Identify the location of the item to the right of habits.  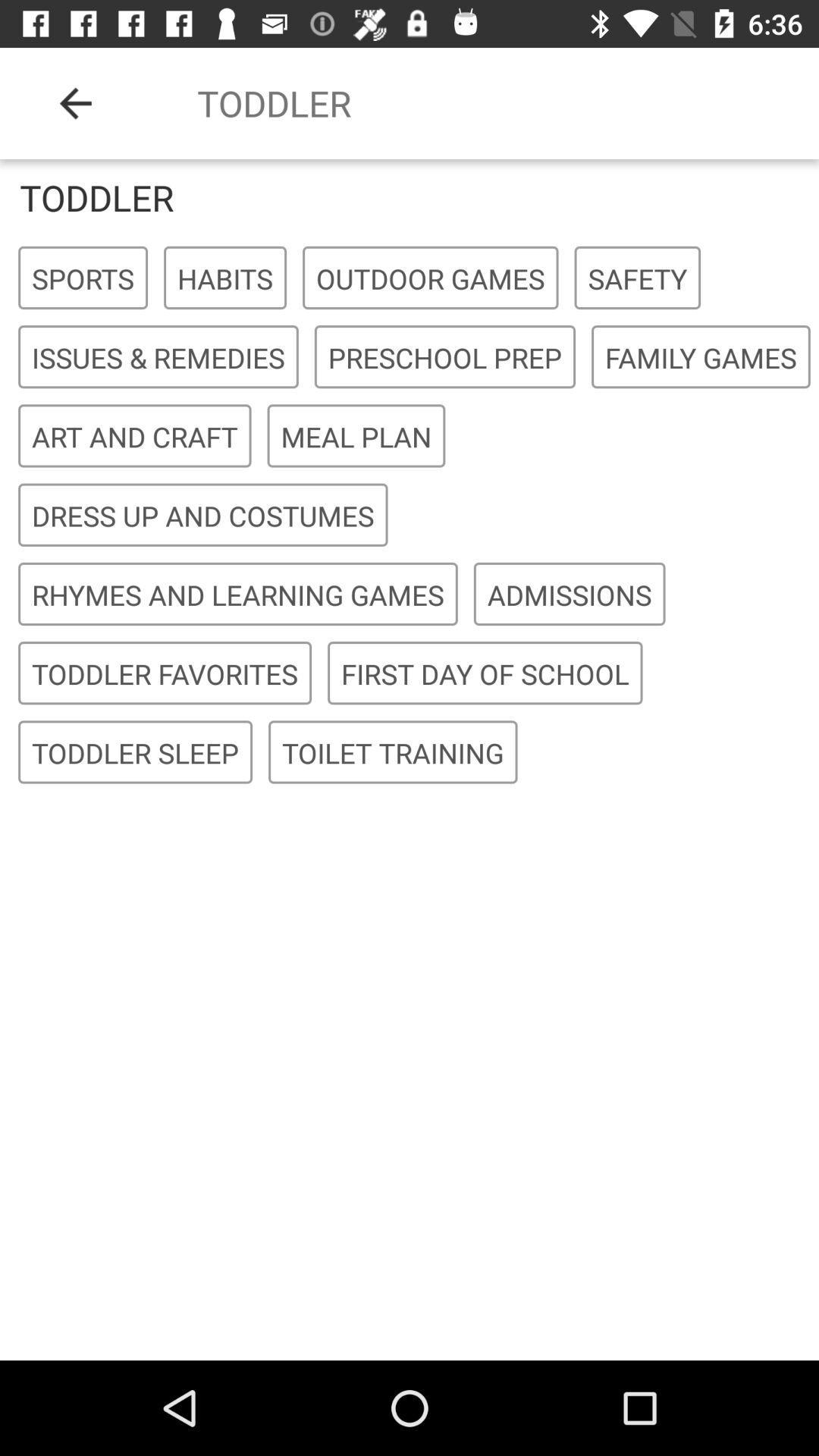
(430, 278).